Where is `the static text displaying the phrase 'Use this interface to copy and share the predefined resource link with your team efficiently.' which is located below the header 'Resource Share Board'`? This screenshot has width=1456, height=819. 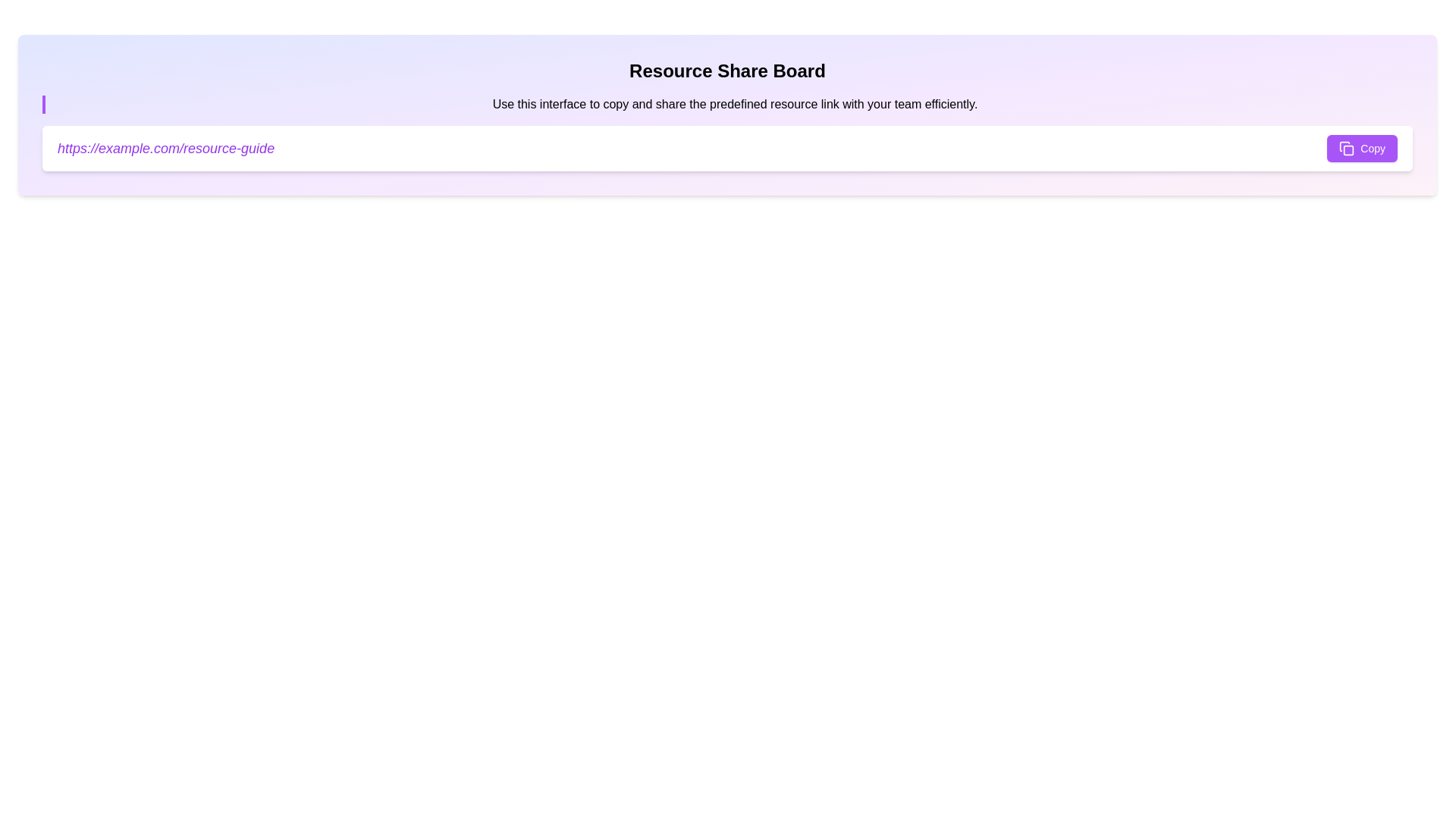
the static text displaying the phrase 'Use this interface to copy and share the predefined resource link with your team efficiently.' which is located below the header 'Resource Share Board' is located at coordinates (735, 104).